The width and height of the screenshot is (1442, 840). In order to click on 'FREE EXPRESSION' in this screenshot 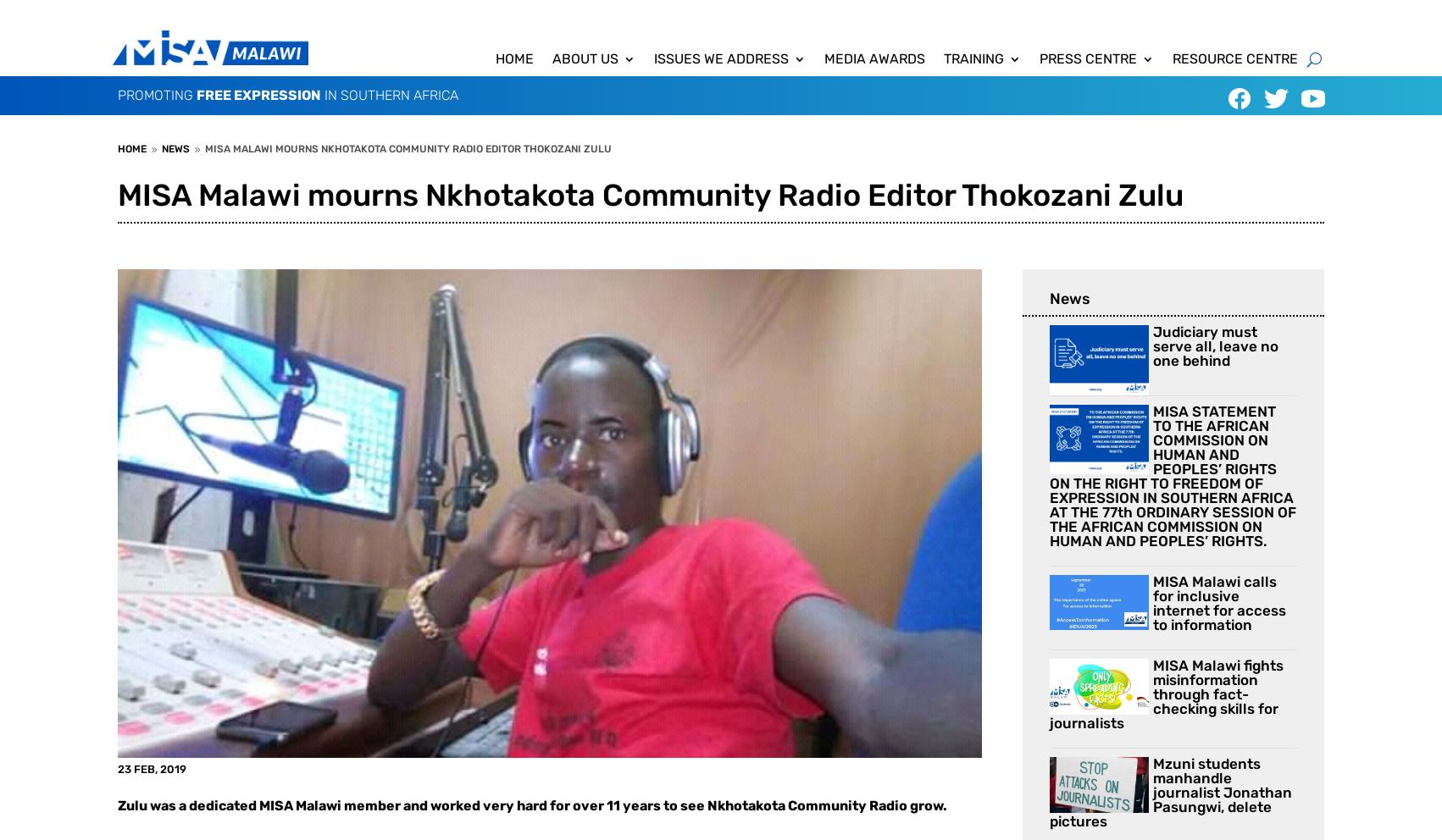, I will do `click(258, 94)`.